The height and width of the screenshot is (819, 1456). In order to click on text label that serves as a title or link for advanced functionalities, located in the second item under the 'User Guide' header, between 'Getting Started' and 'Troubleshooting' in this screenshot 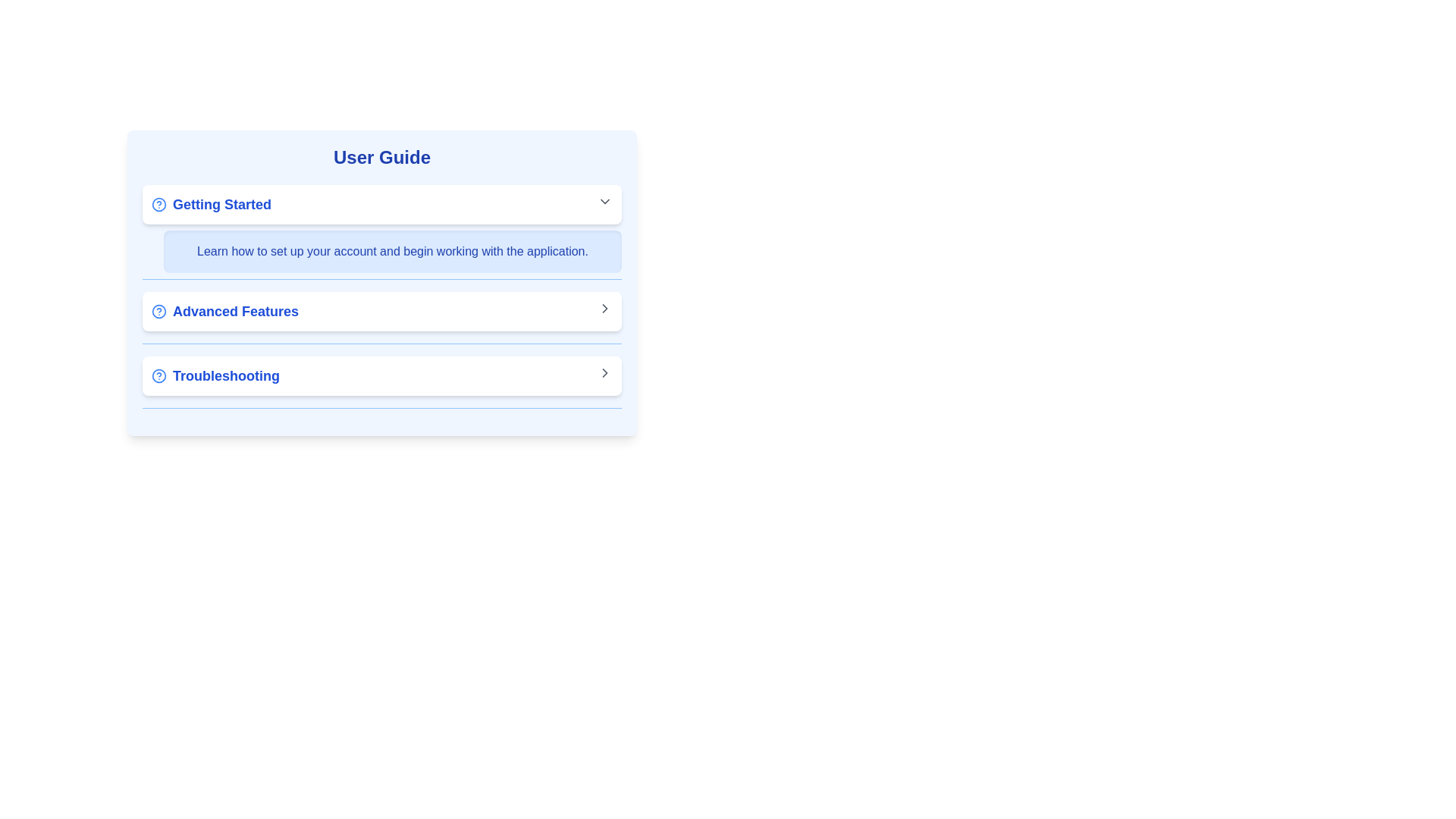, I will do `click(235, 311)`.